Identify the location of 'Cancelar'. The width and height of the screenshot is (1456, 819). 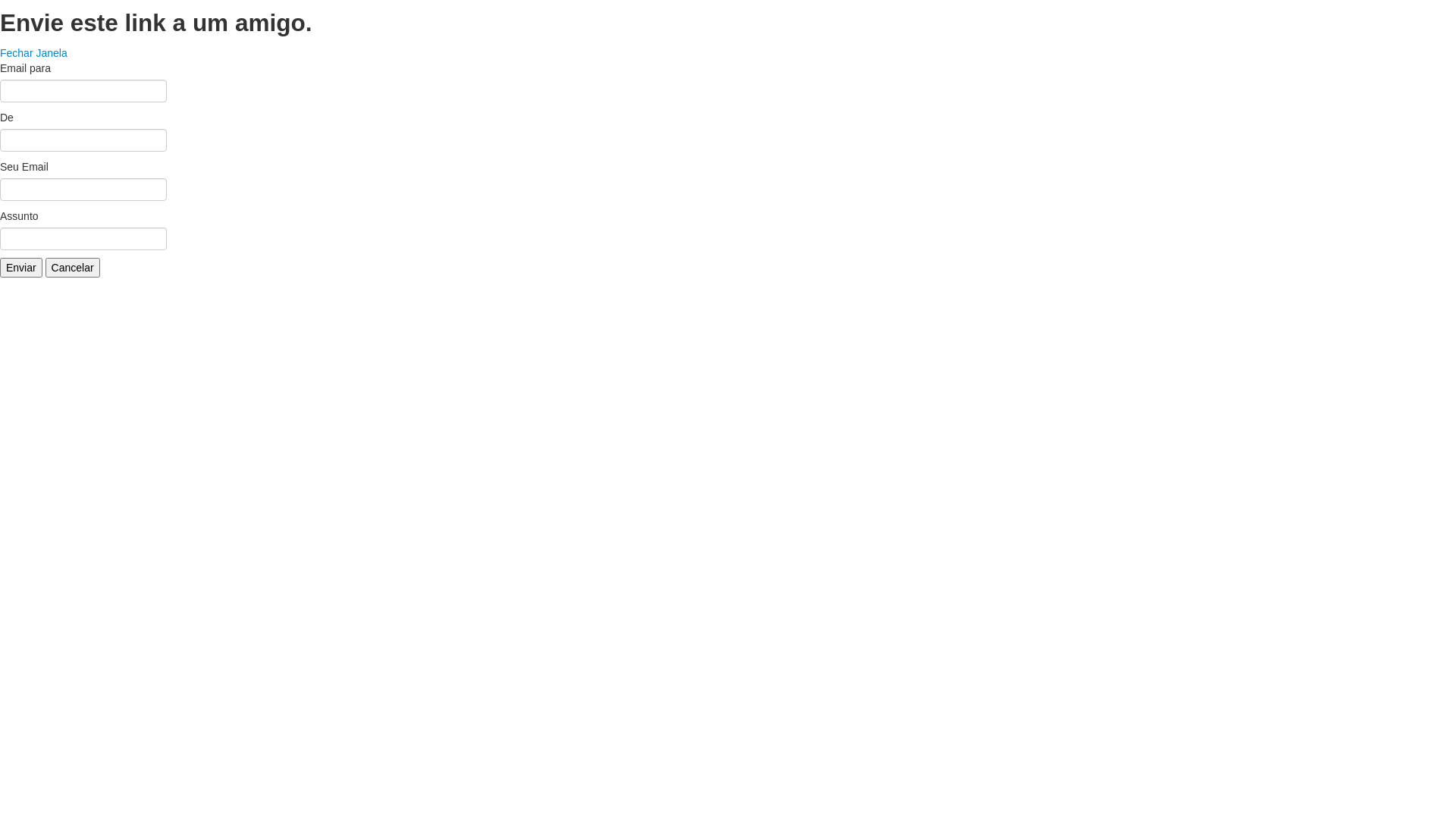
(45, 267).